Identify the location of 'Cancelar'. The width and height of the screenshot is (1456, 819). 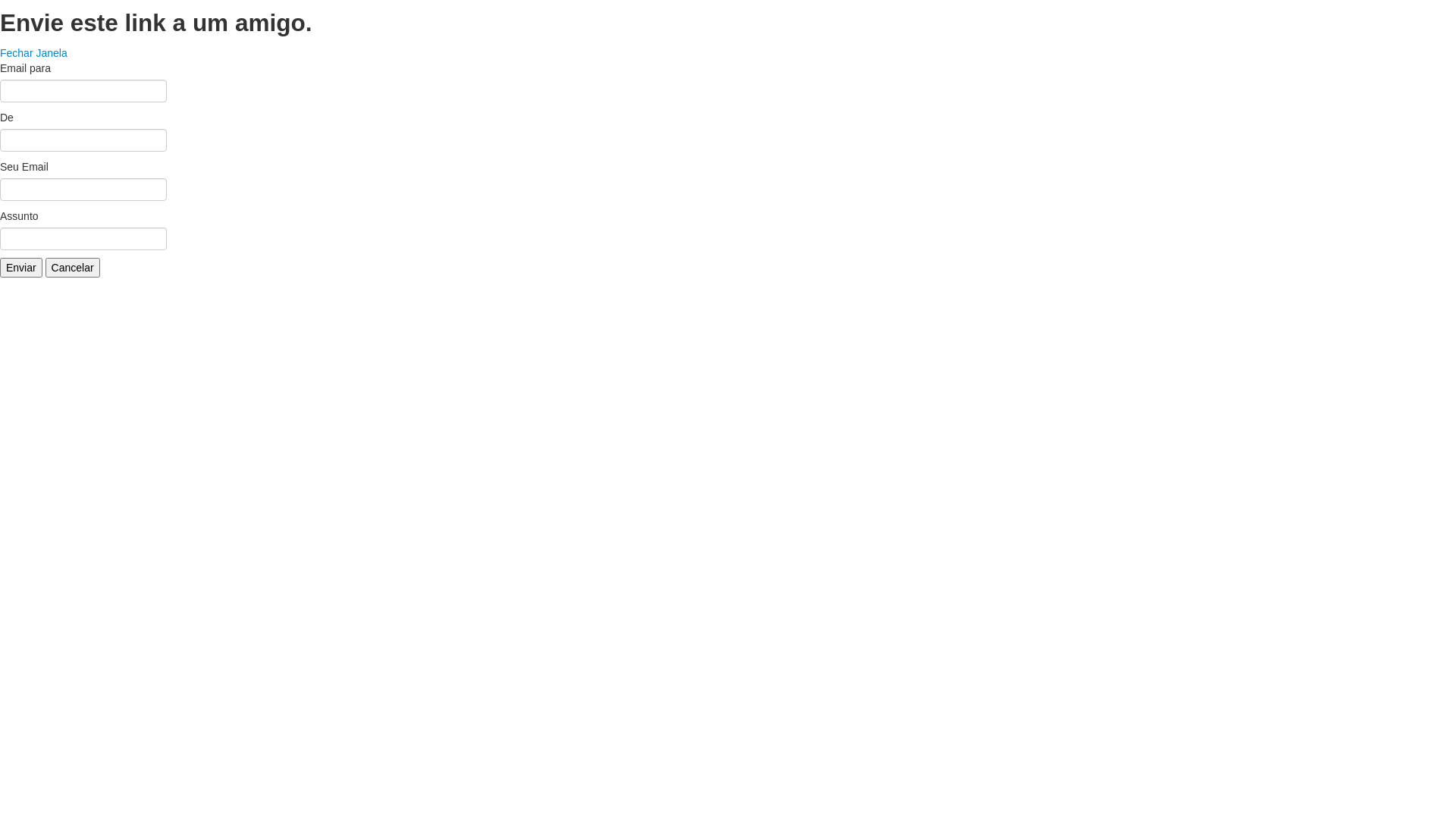
(45, 267).